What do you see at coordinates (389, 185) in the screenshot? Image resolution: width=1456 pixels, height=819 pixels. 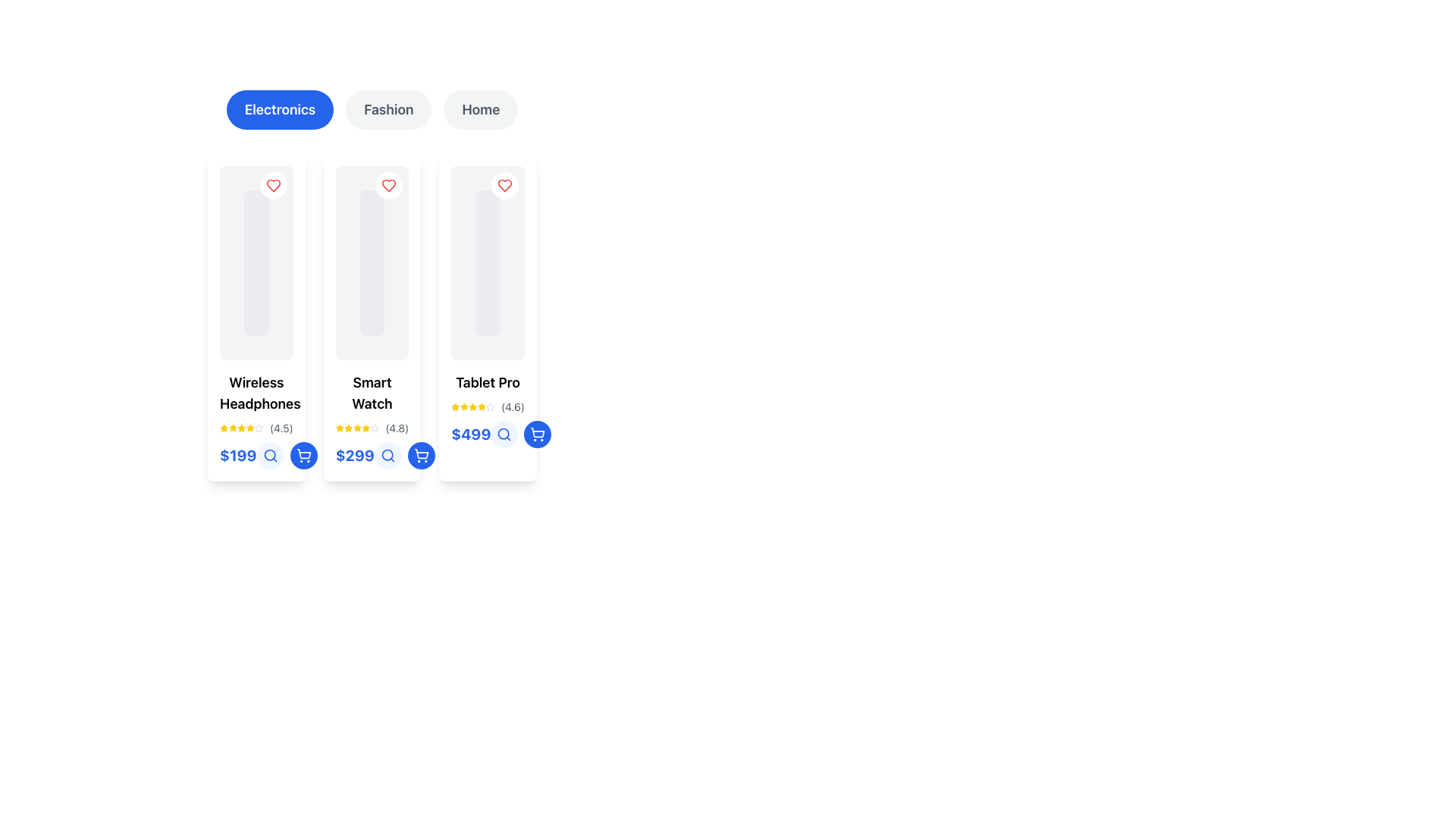 I see `the favorite button located at the top-right corner of the 'Smart Watch' card to like the item` at bounding box center [389, 185].